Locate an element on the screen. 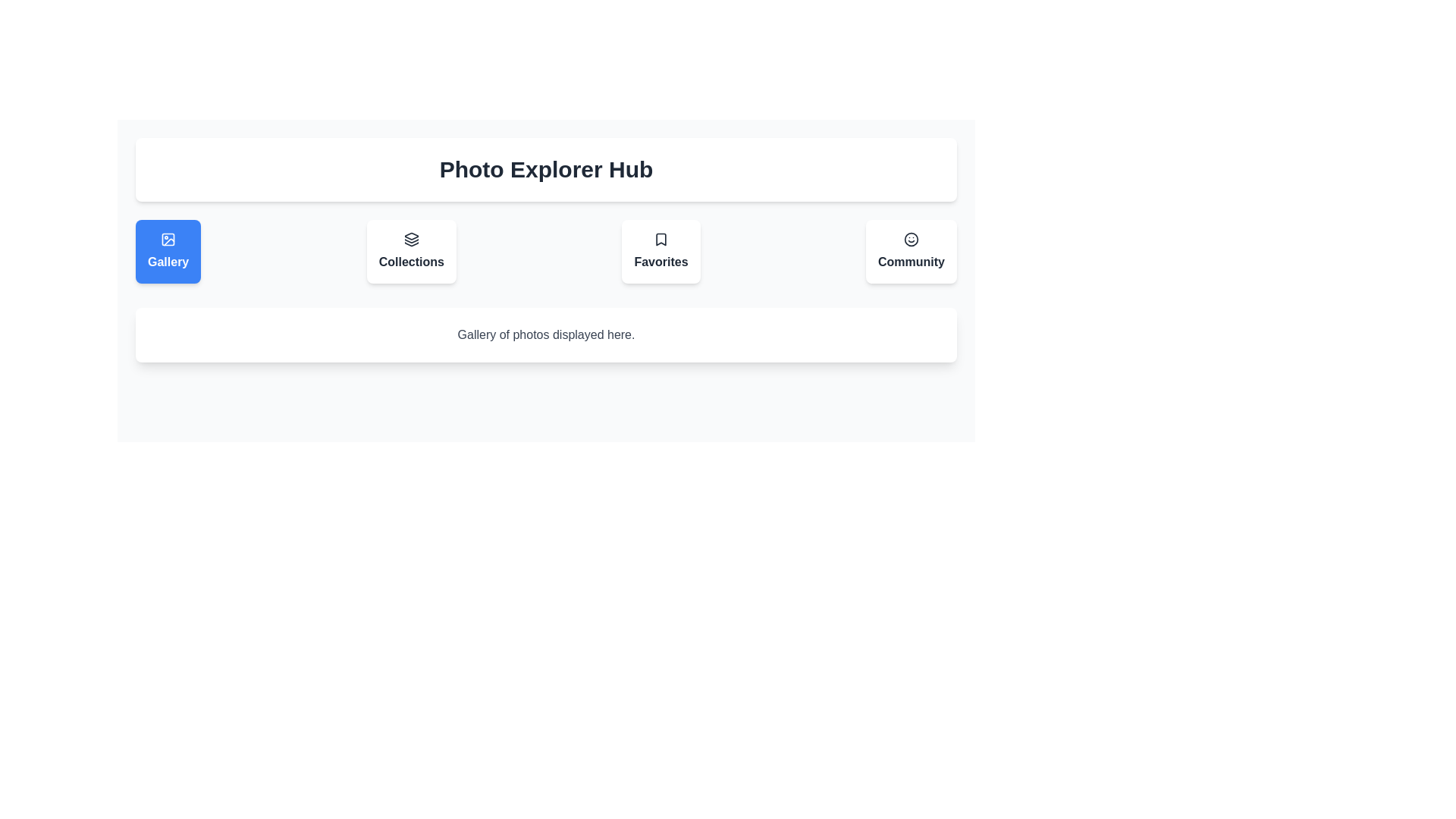  the rectangular button labeled 'Gallery' with a blue background and white text, positioned on the leftmost side of the button row is located at coordinates (168, 250).